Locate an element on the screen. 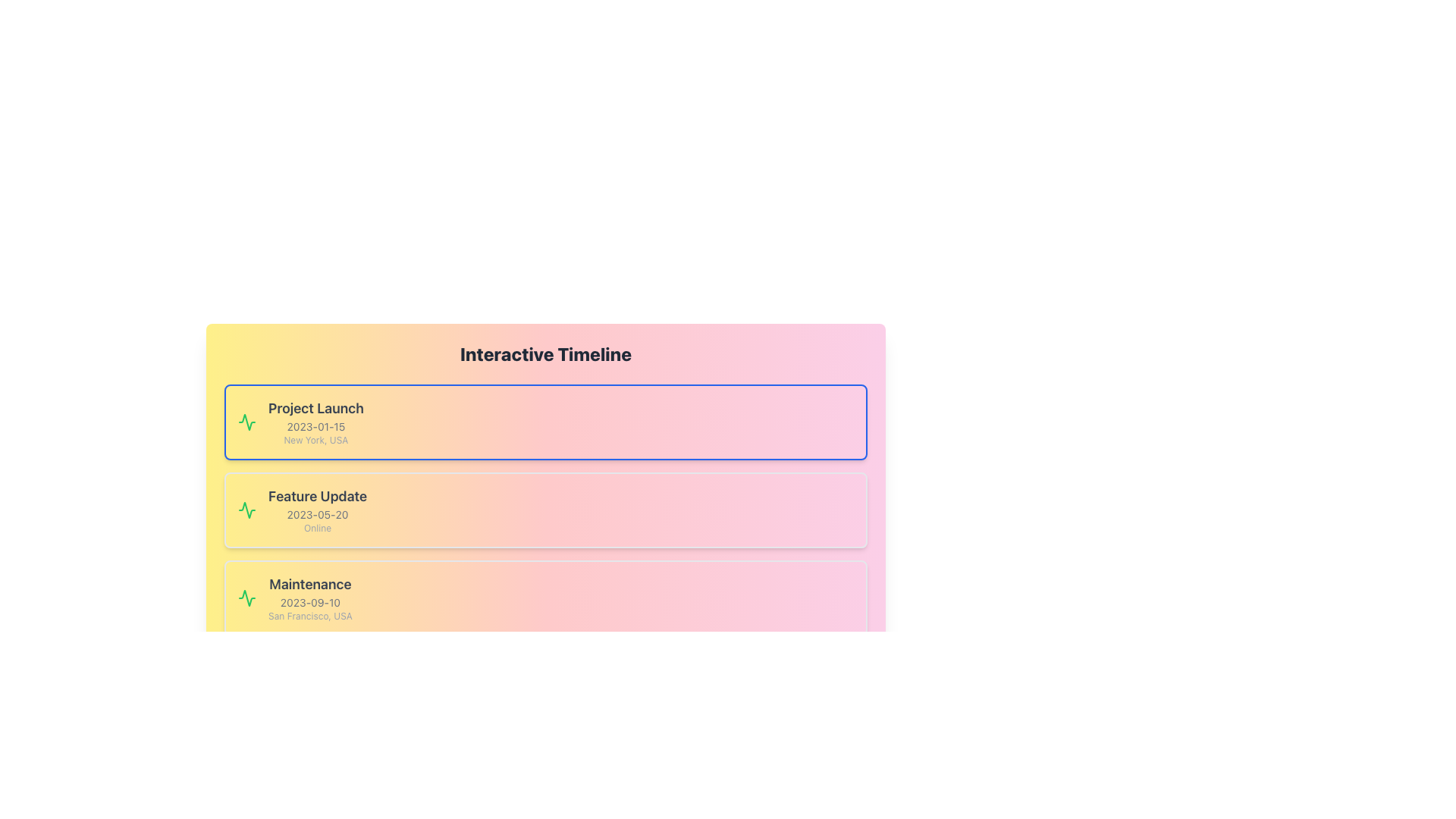 The height and width of the screenshot is (819, 1456). the bold text label reading 'Feature Update', which is styled in dark gray on a pastel gradient background, located above the '2023-05-20' date and 'Online' location details in the second event card of the timeline is located at coordinates (317, 497).